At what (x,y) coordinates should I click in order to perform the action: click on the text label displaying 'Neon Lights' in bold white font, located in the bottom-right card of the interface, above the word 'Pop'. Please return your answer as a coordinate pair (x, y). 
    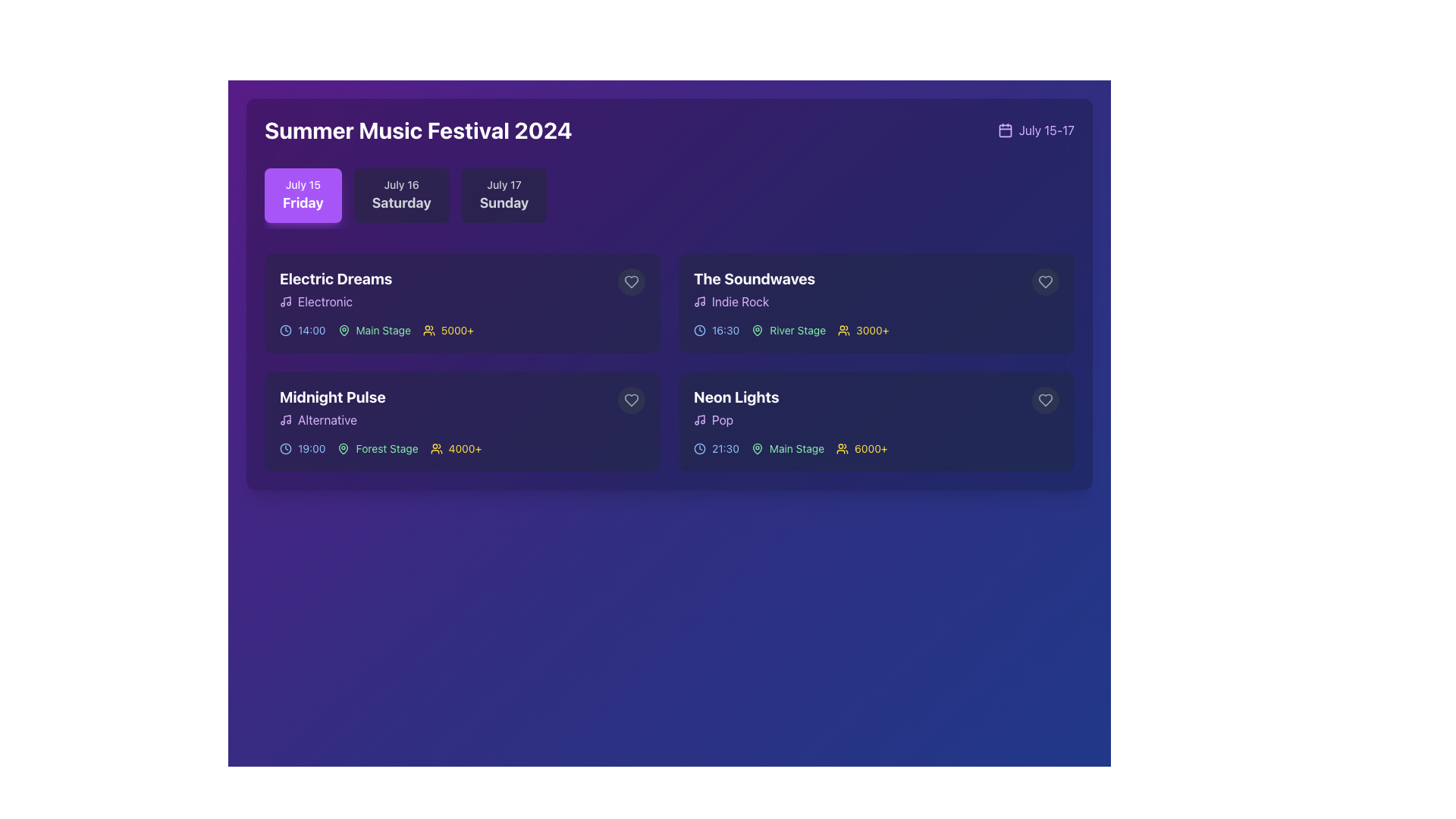
    Looking at the image, I should click on (736, 406).